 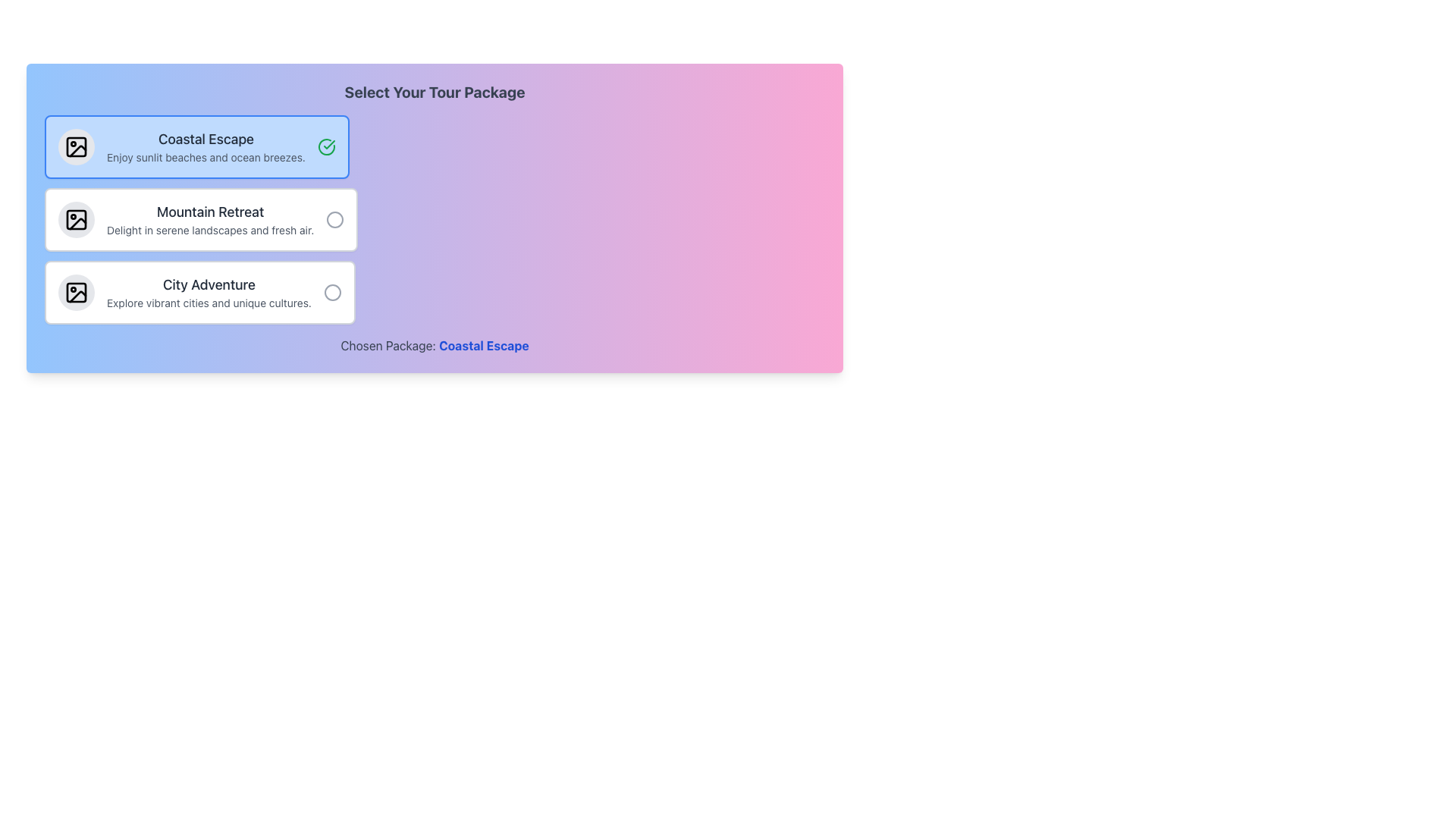 I want to click on the label reading 'Chosen Package:' which is styled in gray and located to the left of the bold blue text 'Coastal Escape', so click(x=388, y=345).